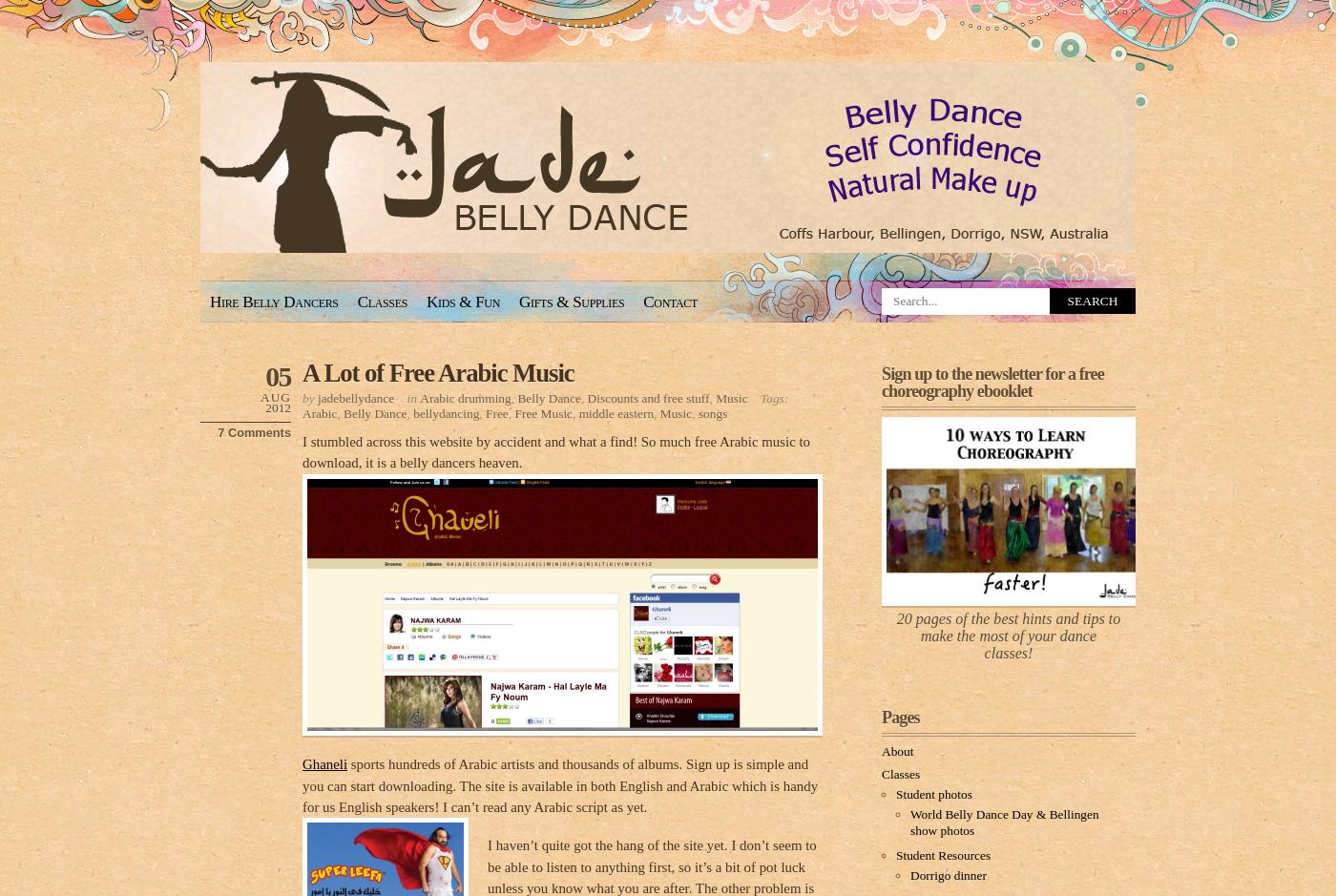 Image resolution: width=1336 pixels, height=896 pixels. What do you see at coordinates (324, 763) in the screenshot?
I see `'Ghaneli'` at bounding box center [324, 763].